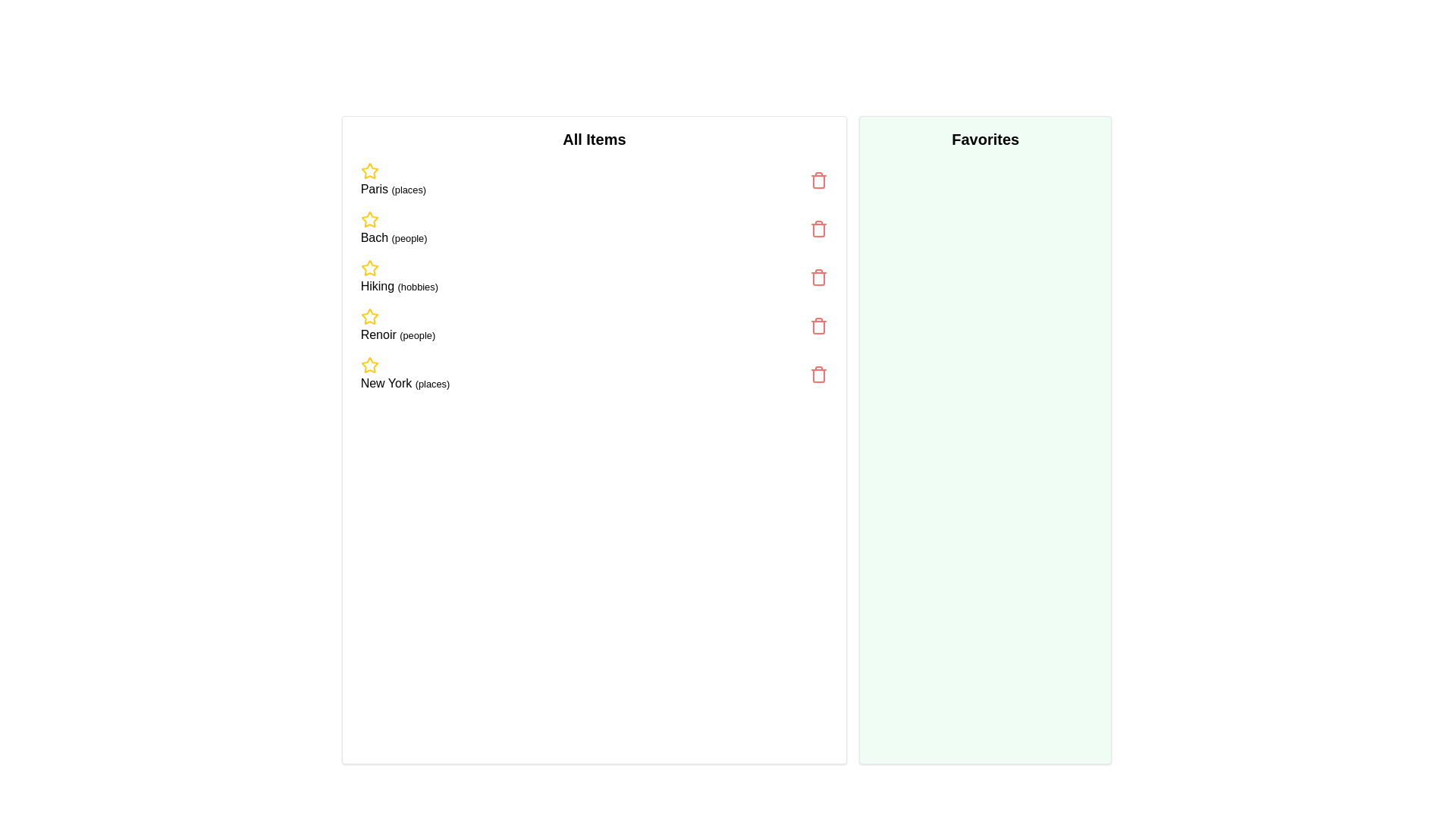  What do you see at coordinates (818, 180) in the screenshot?
I see `the trash icon next to the item labeled 'Paris (places)' to remove it from the list` at bounding box center [818, 180].